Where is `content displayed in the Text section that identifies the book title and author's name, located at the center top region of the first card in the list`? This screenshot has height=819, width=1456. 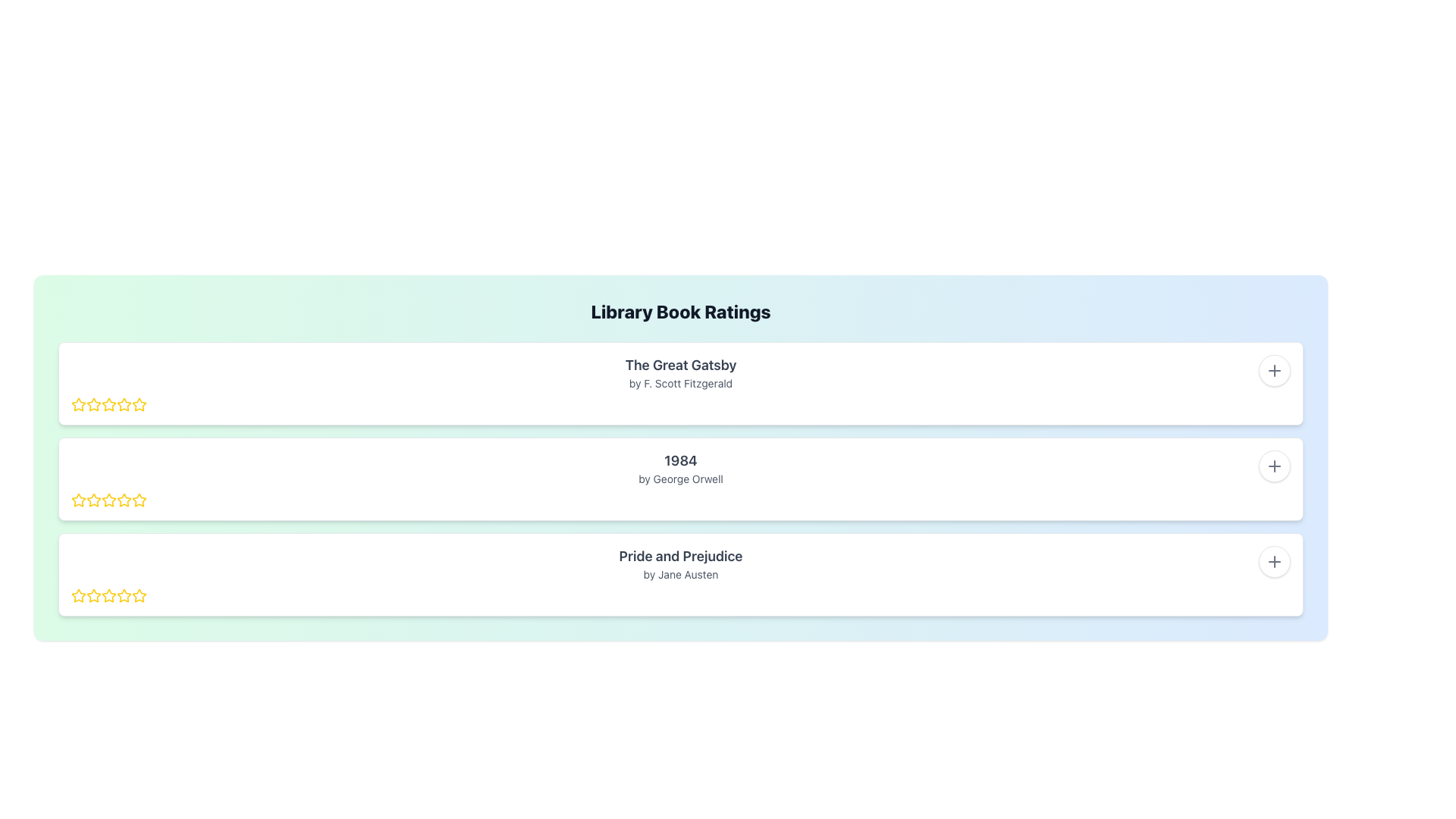
content displayed in the Text section that identifies the book title and author's name, located at the center top region of the first card in the list is located at coordinates (679, 382).